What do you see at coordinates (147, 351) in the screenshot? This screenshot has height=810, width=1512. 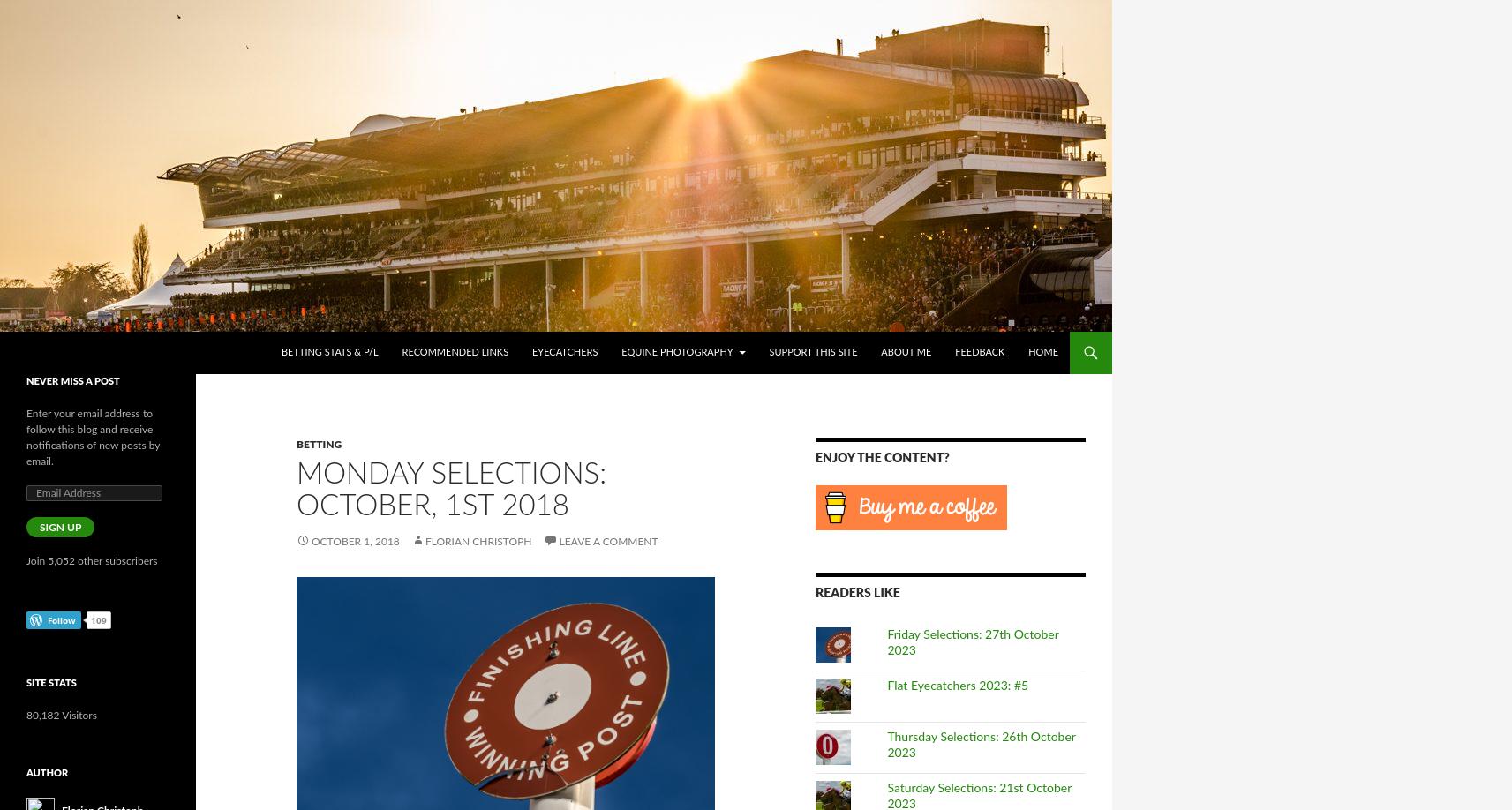 I see `'Horseracing – International . COM'` at bounding box center [147, 351].